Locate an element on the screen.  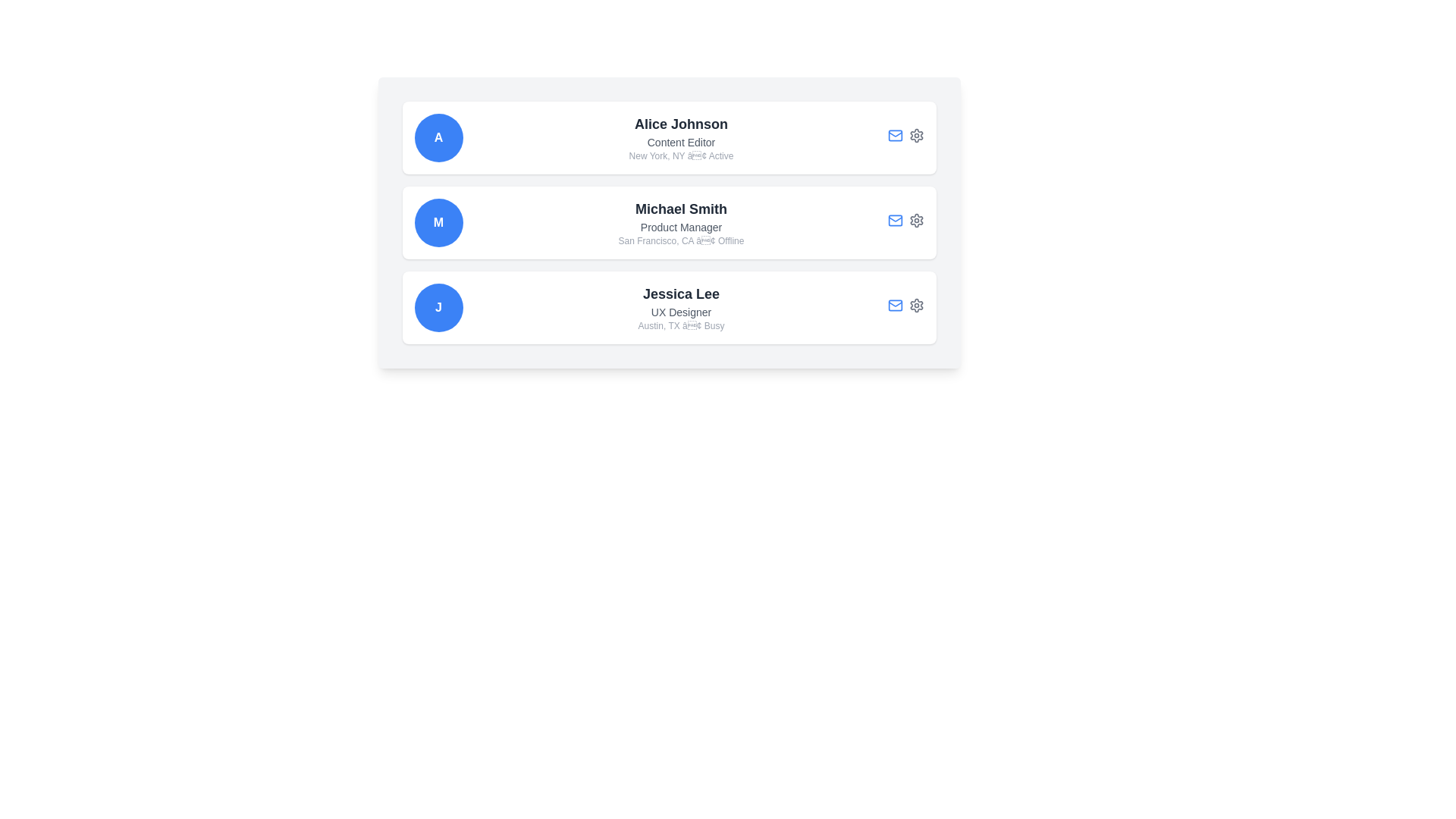
the text label displaying the job title 'UX Designer' for the individual named 'Jessica Lee', which is positioned below the name and above the location details is located at coordinates (680, 312).